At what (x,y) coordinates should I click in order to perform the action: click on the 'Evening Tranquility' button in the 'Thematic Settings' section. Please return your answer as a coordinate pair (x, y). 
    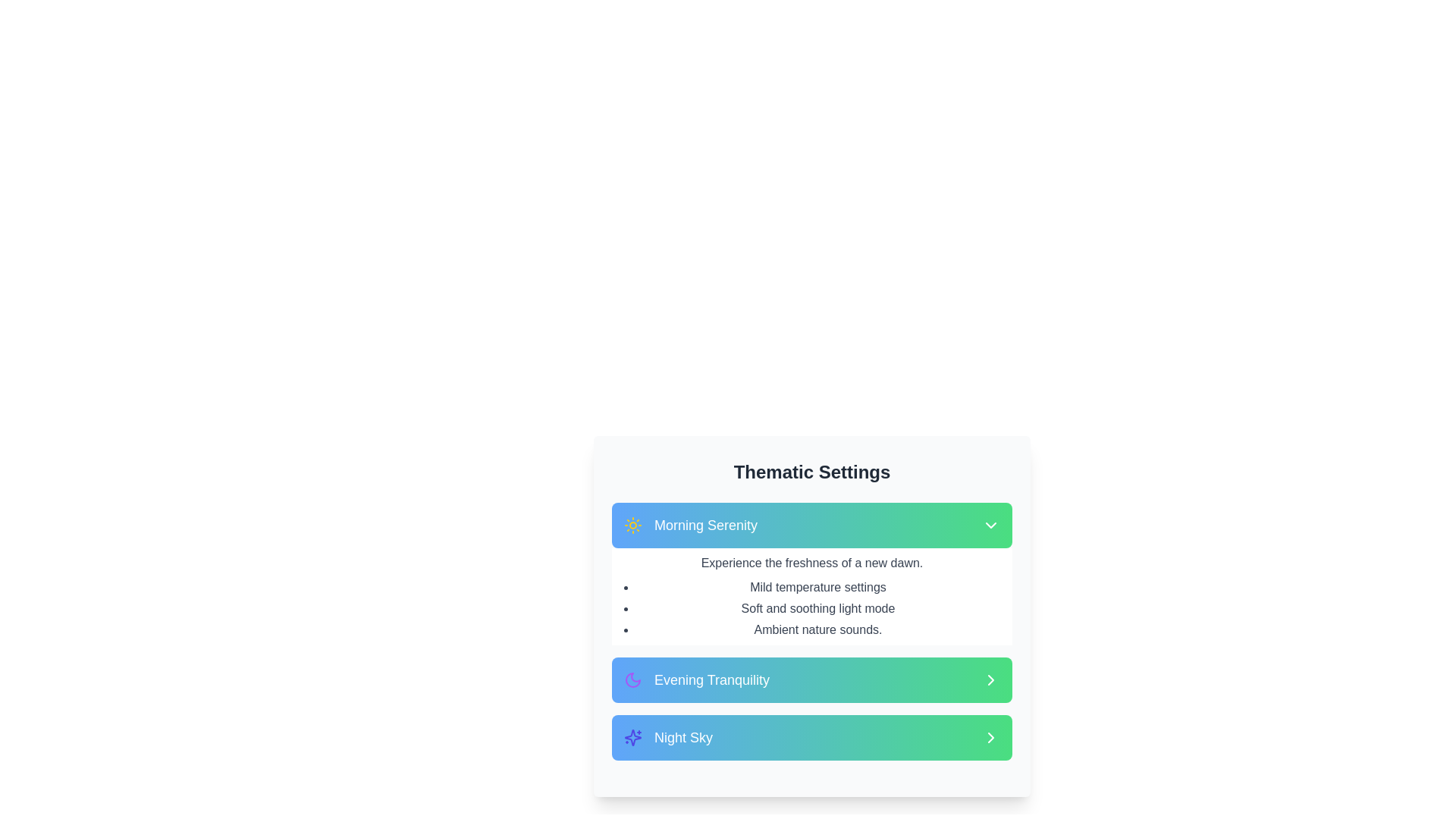
    Looking at the image, I should click on (811, 679).